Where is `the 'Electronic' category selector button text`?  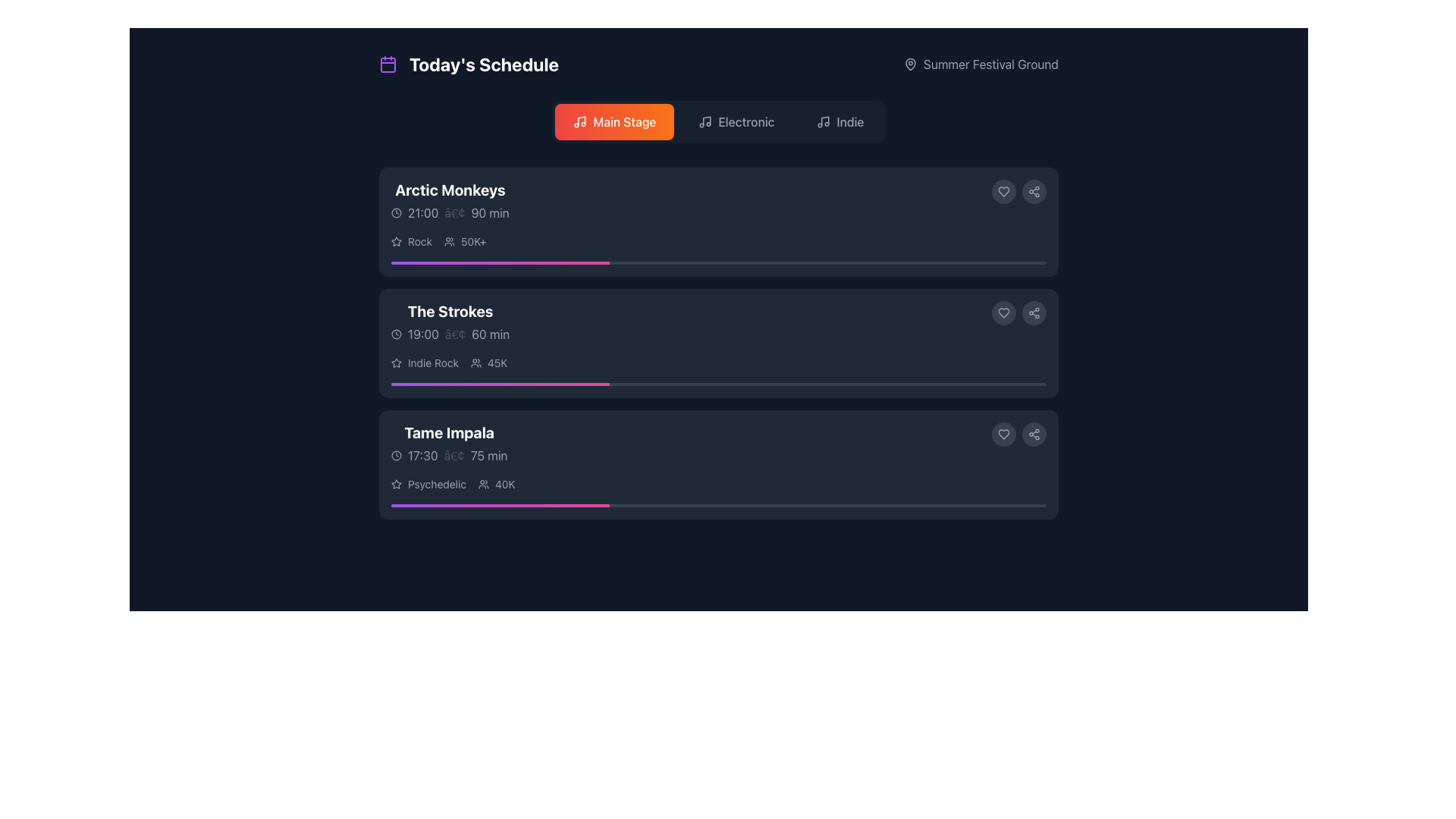
the 'Electronic' category selector button text is located at coordinates (746, 121).